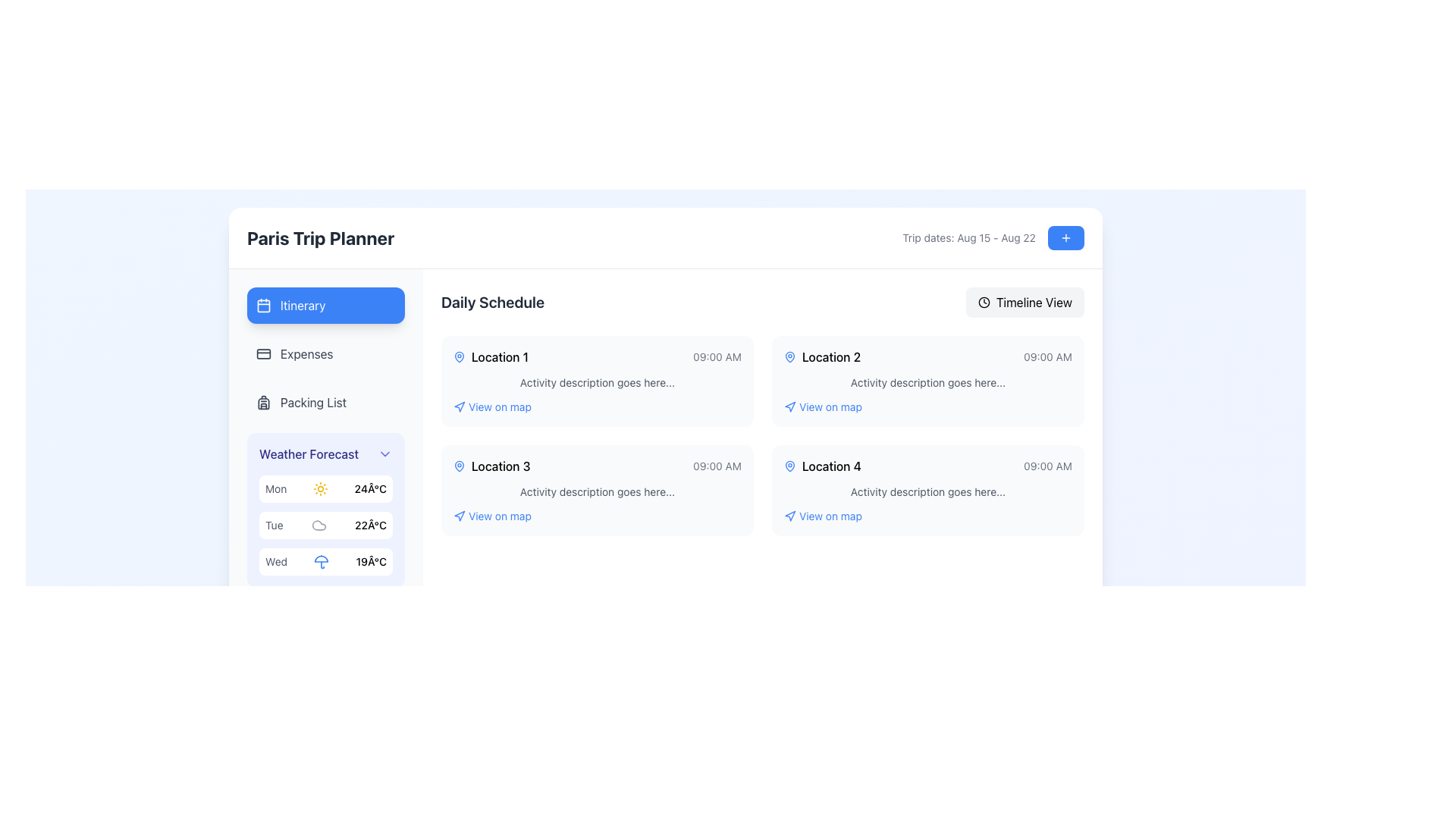 The height and width of the screenshot is (819, 1456). What do you see at coordinates (789, 516) in the screenshot?
I see `the navigation icon located to the left of the 'View on map' label in the 'Location 4' block of the Daily Schedule section` at bounding box center [789, 516].